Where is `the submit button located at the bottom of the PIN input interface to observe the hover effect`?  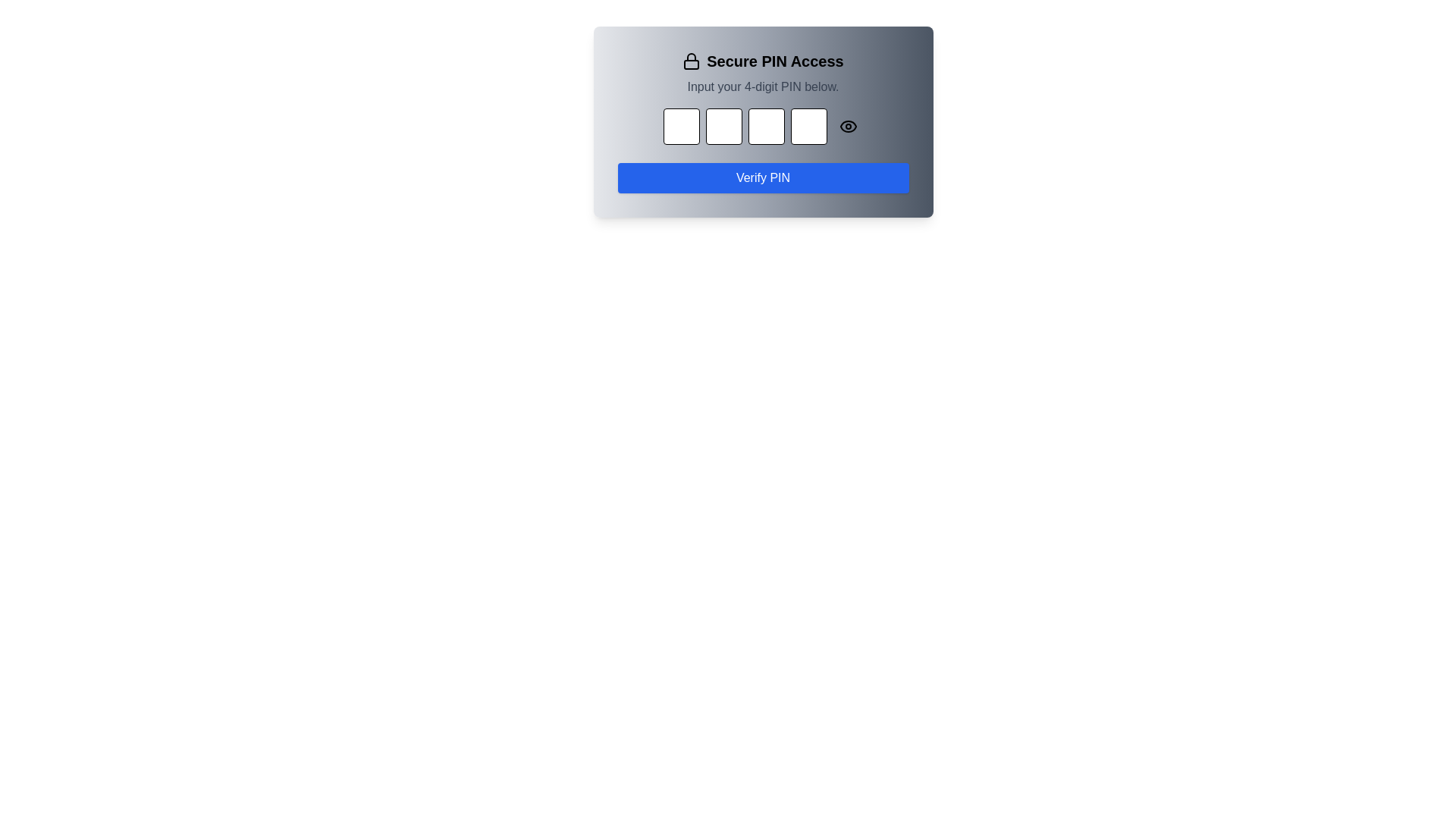 the submit button located at the bottom of the PIN input interface to observe the hover effect is located at coordinates (763, 177).